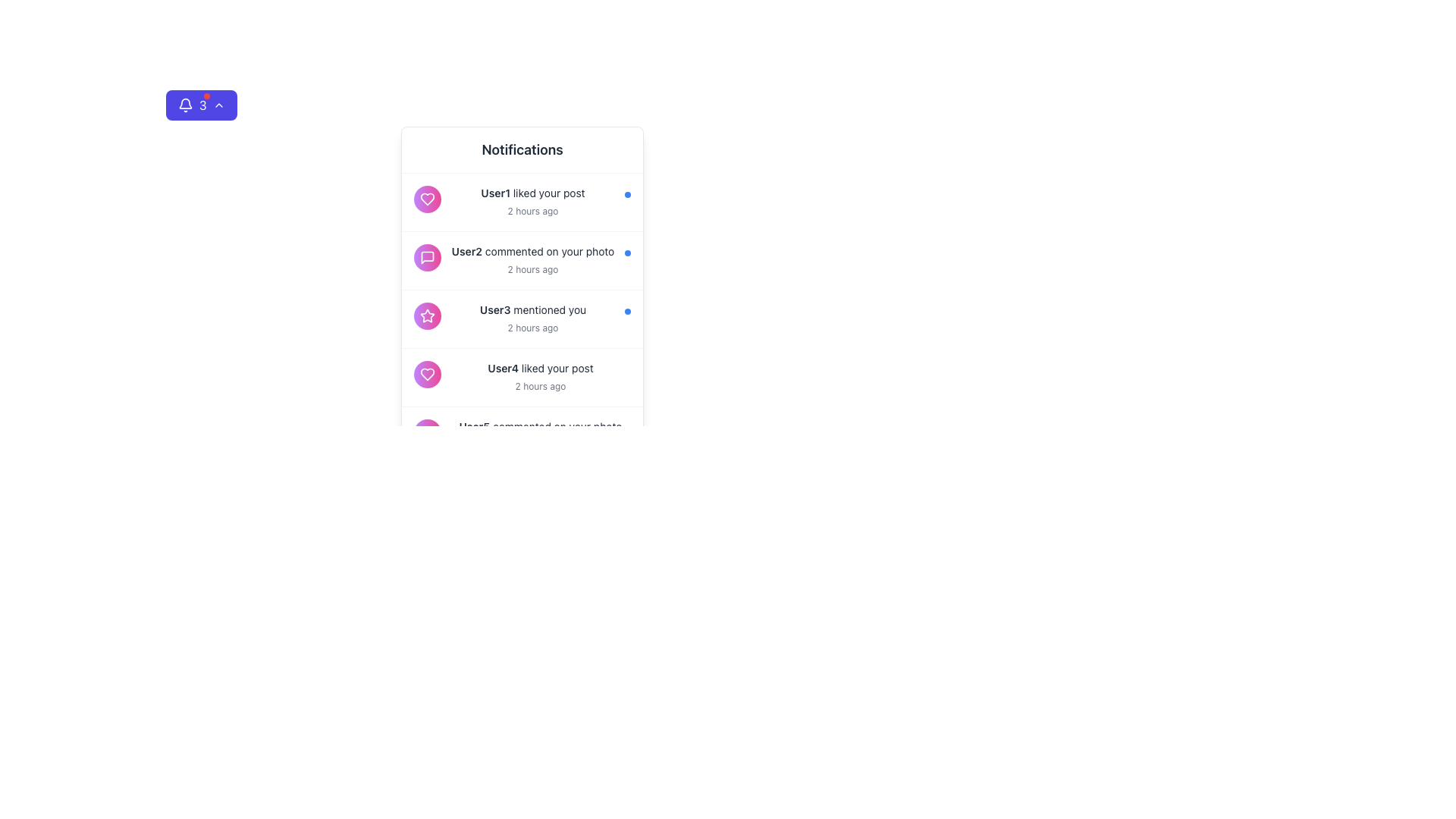  I want to click on timestamp '2 hours ago' displayed below the notification 'User4 liked your post' in the notification panel, so click(541, 385).